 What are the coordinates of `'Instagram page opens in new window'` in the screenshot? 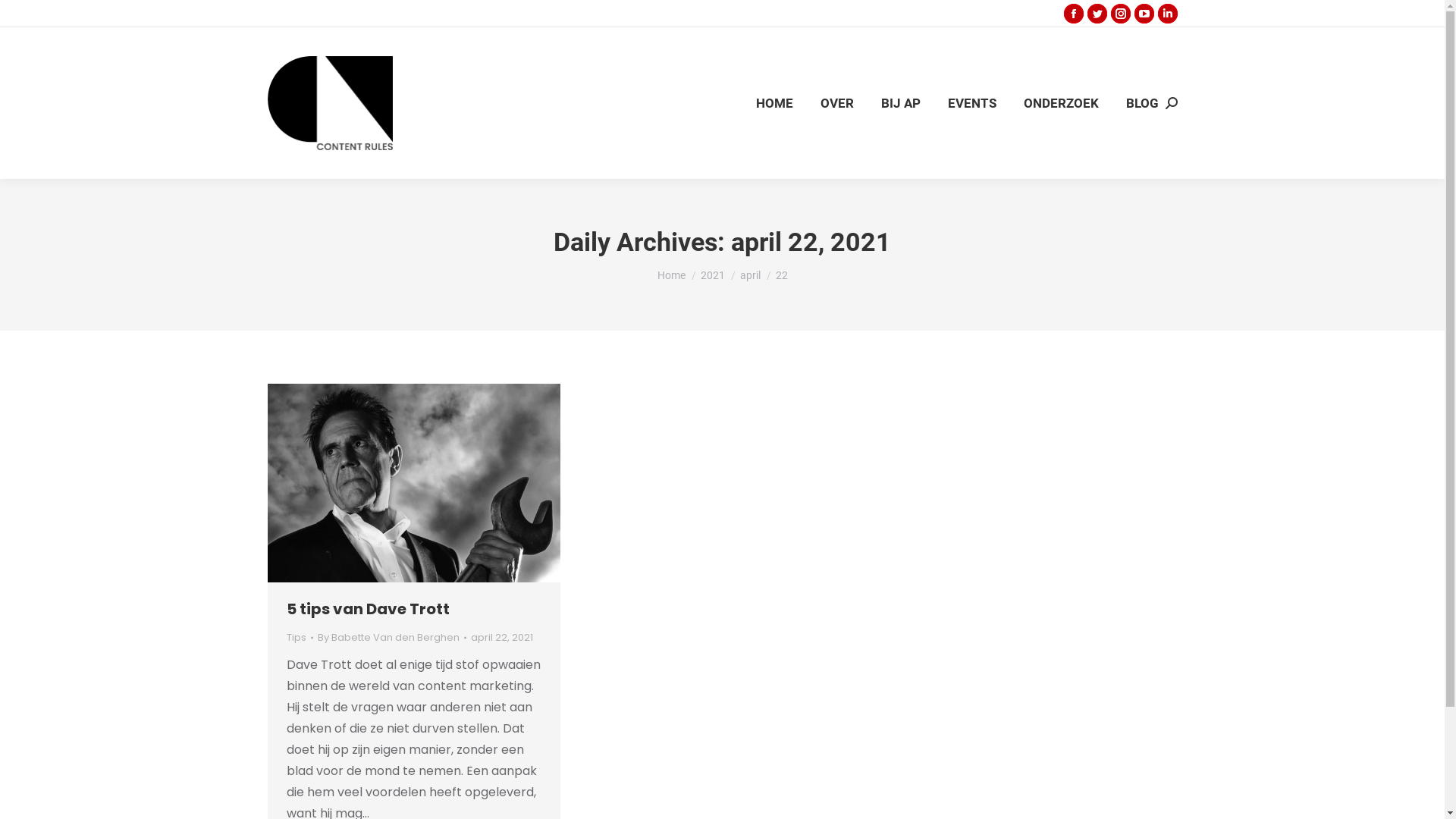 It's located at (1120, 14).